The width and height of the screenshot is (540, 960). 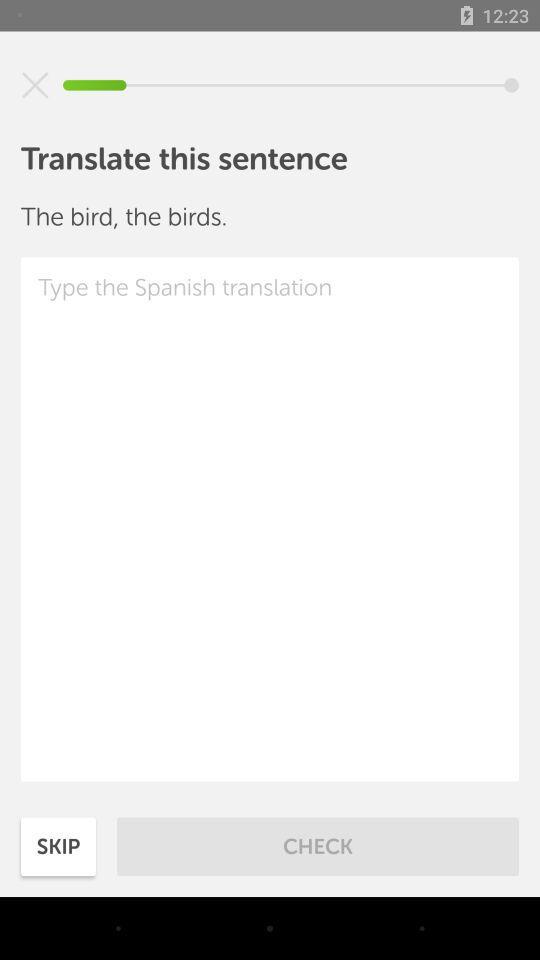 I want to click on item next to the check item, so click(x=58, y=845).